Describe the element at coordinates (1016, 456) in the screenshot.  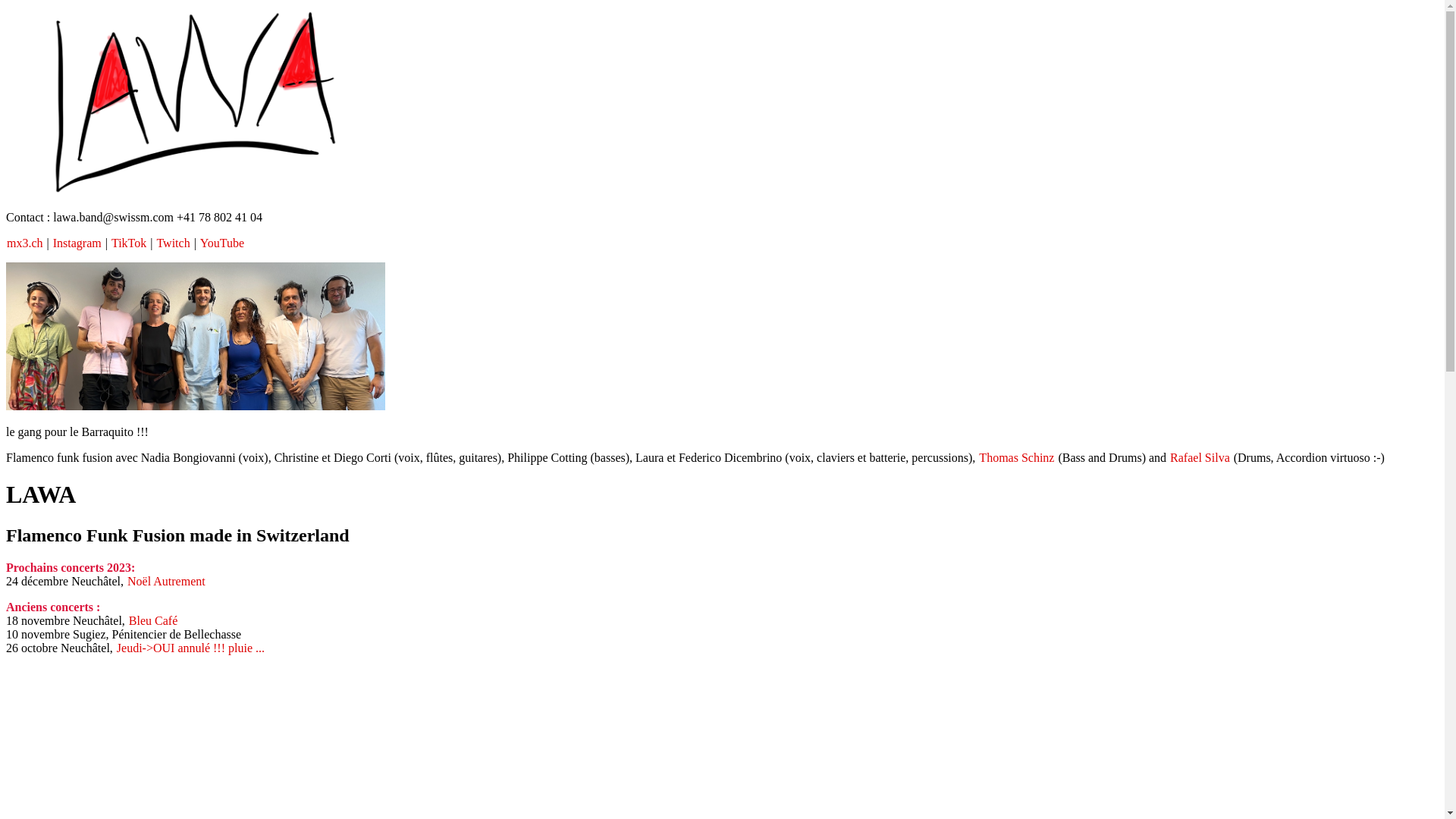
I see `'Thomas Schinz'` at that location.